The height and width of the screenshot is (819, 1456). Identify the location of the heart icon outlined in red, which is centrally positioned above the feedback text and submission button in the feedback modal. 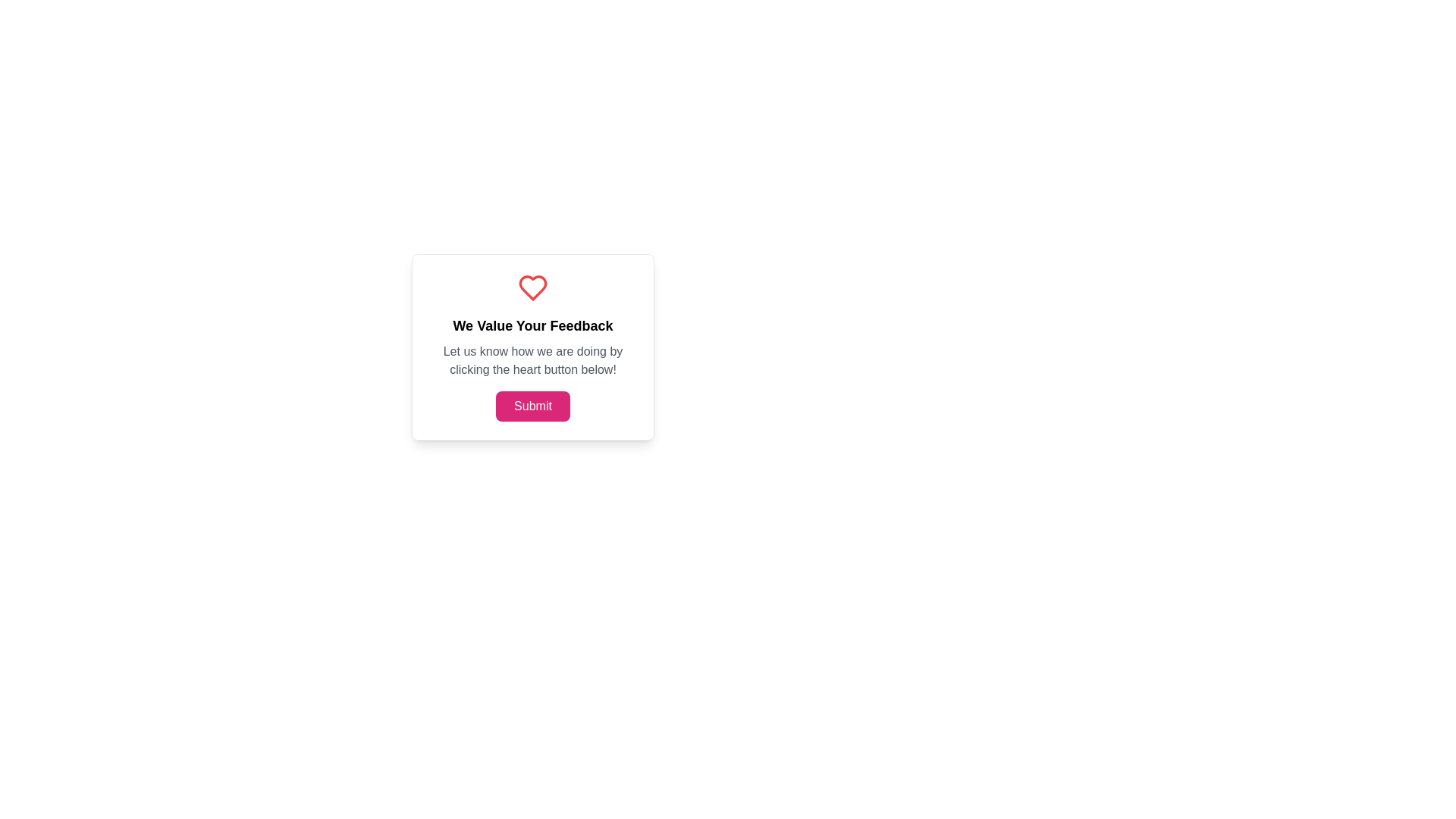
(532, 288).